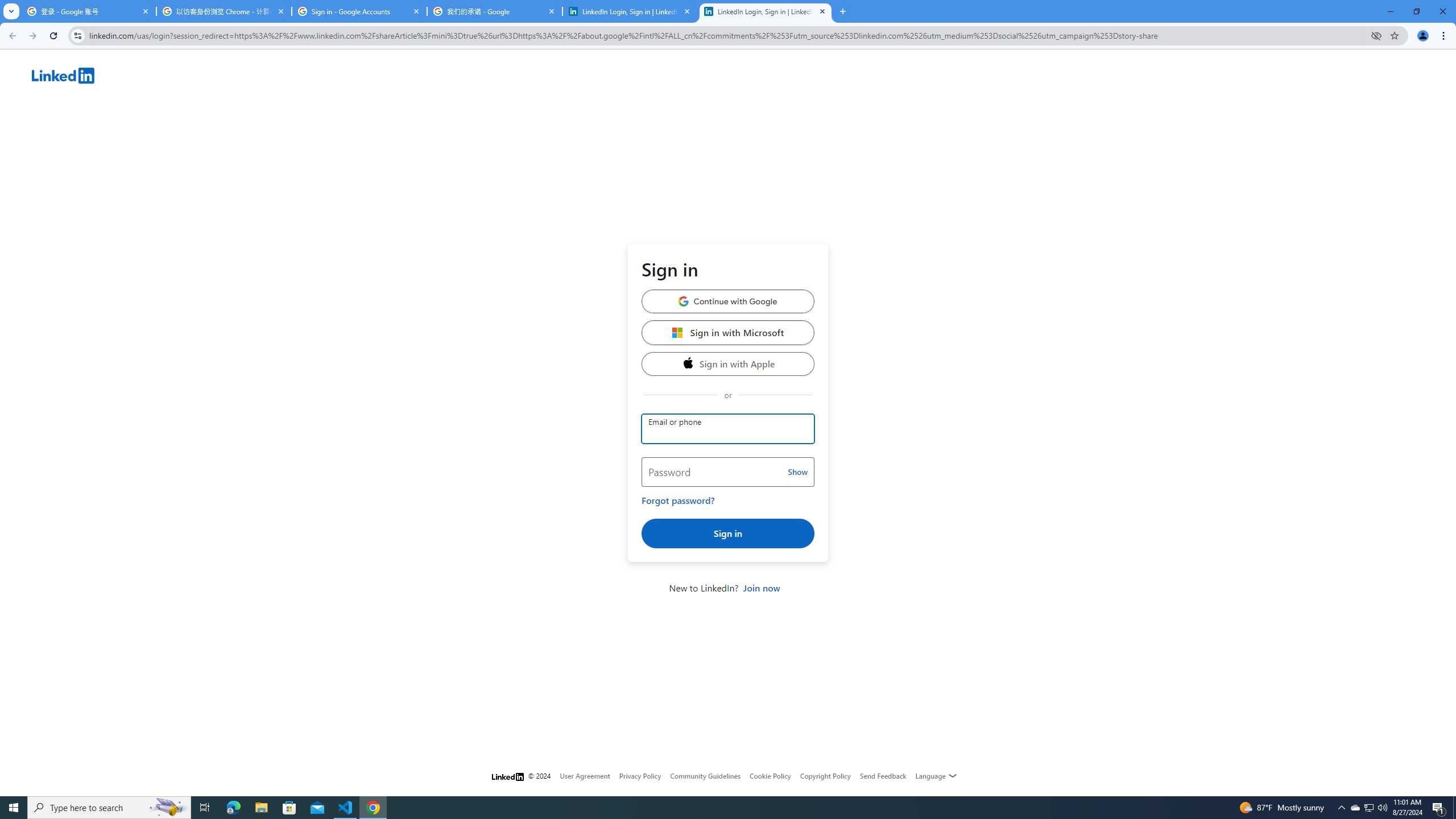 This screenshot has width=1456, height=819. I want to click on 'Forgot password?', so click(677, 500).